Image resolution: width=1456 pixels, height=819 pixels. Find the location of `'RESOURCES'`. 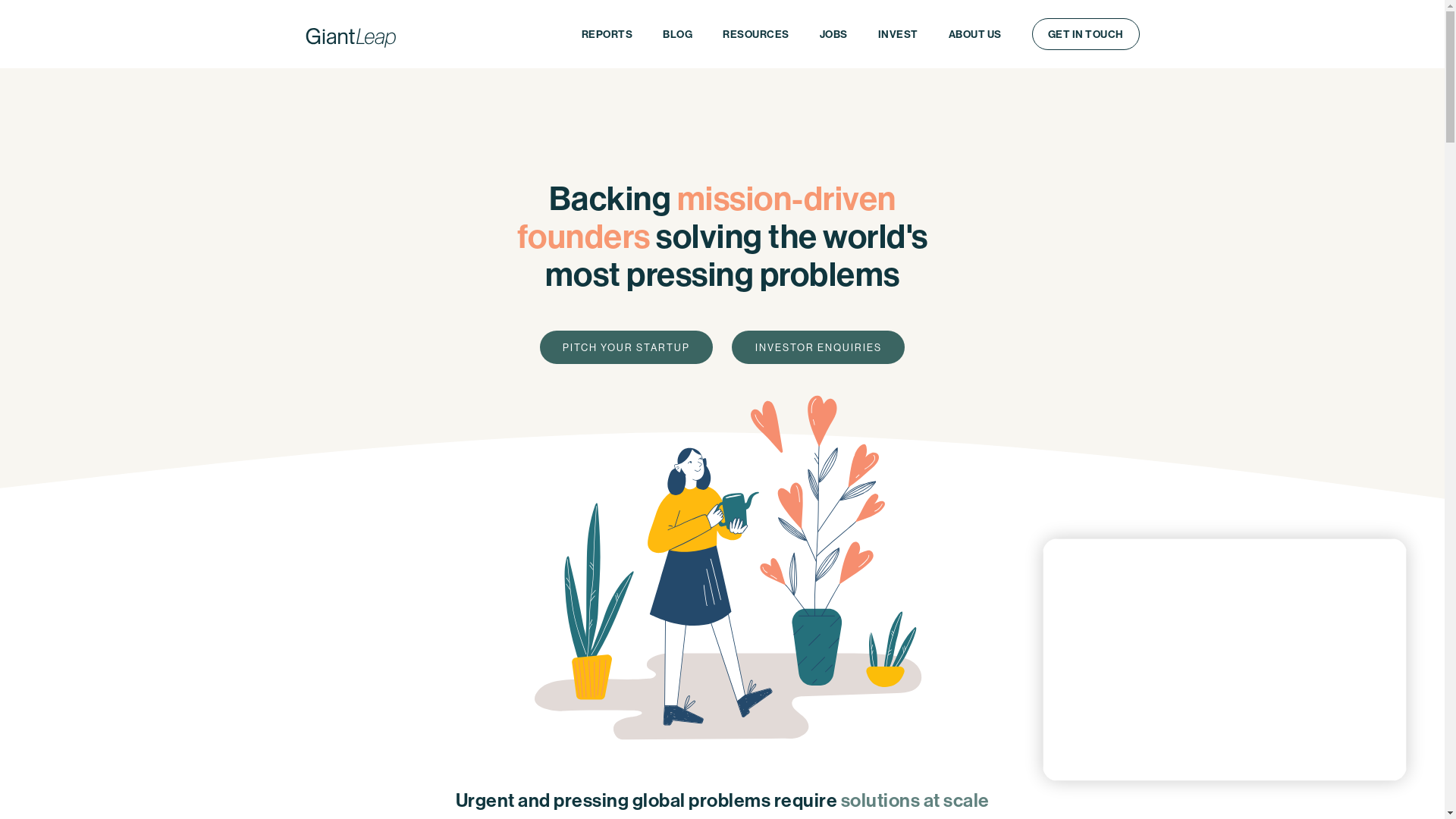

'RESOURCES' is located at coordinates (756, 34).